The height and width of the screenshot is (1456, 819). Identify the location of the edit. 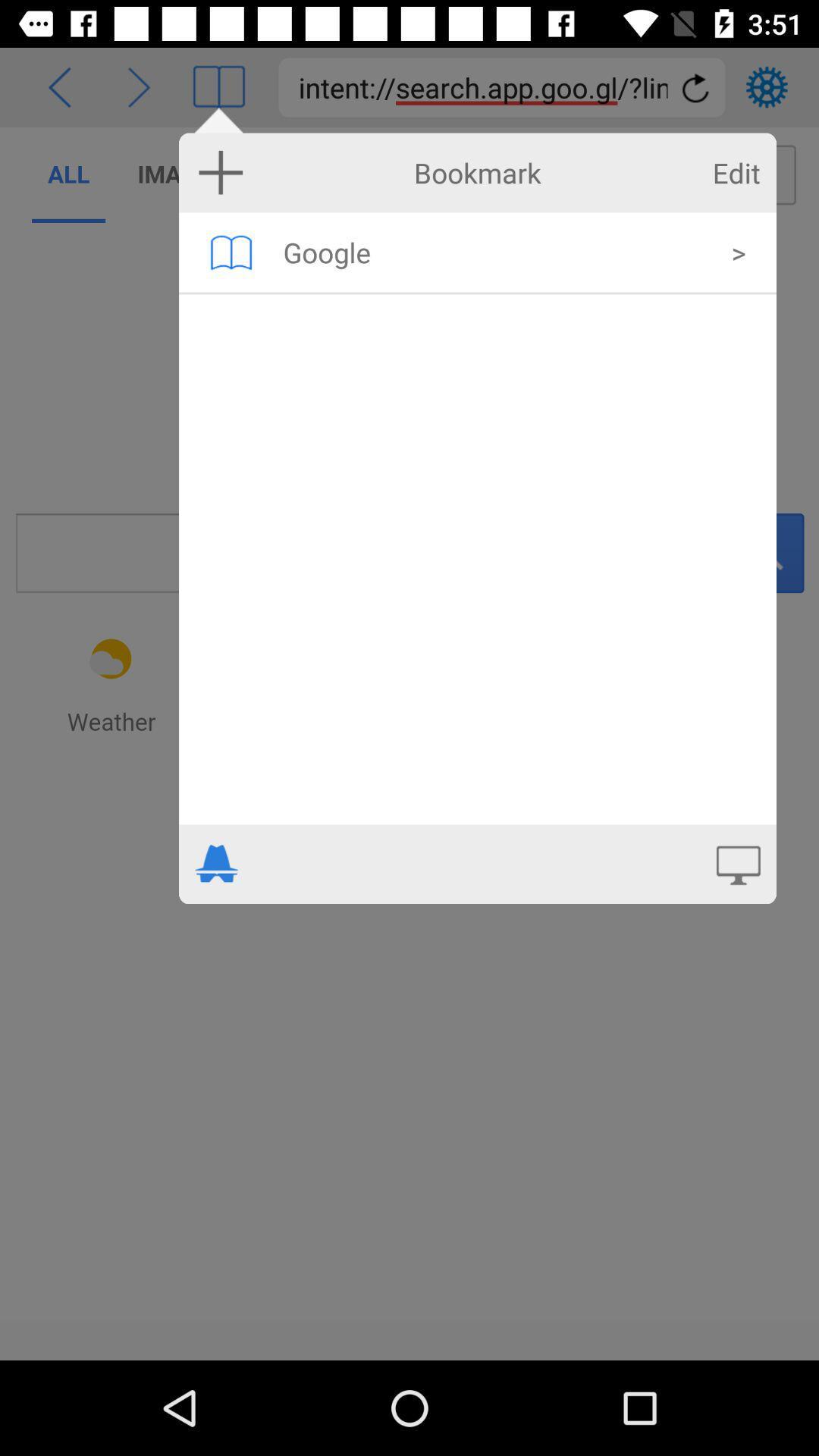
(736, 173).